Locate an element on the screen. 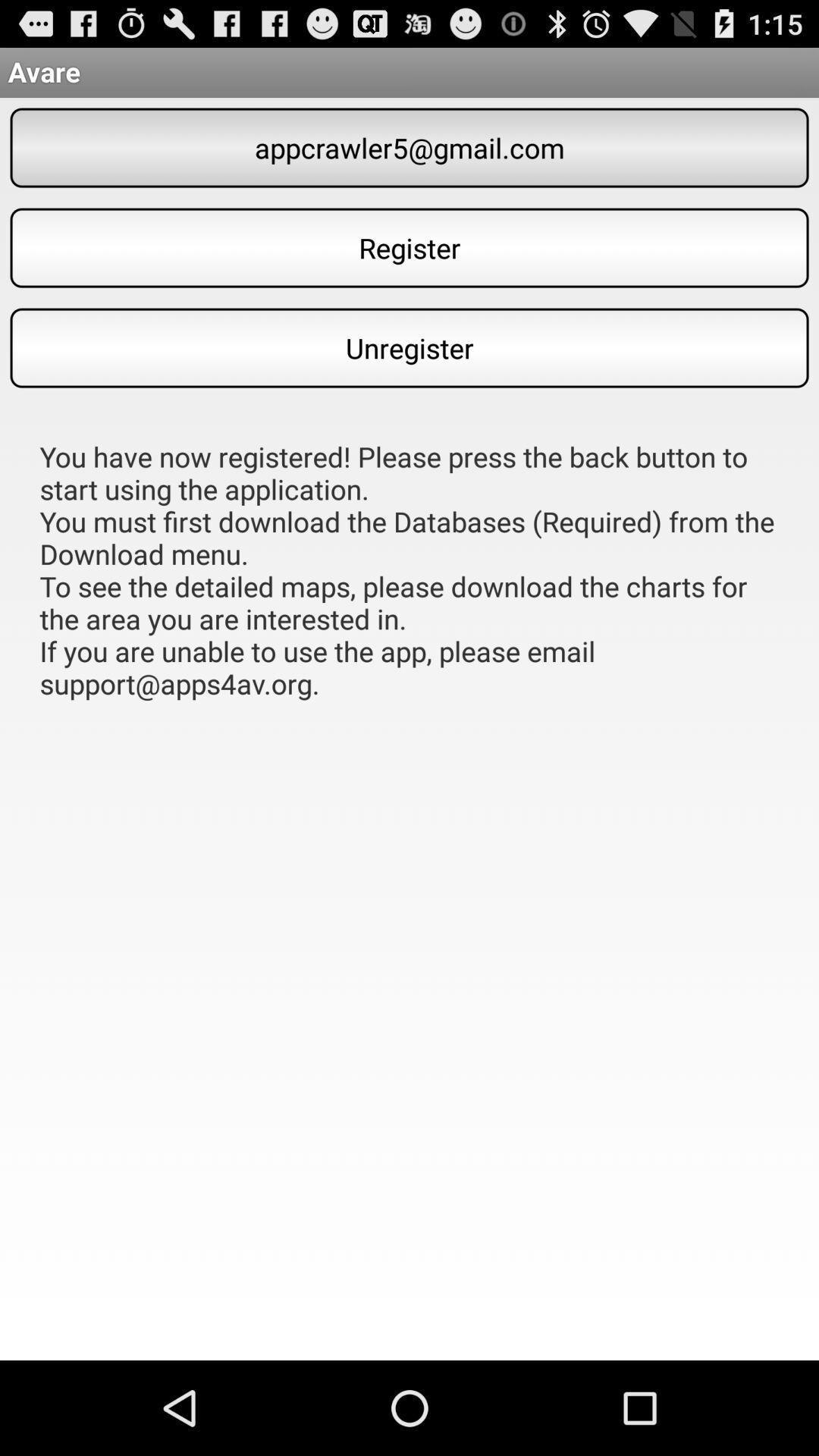 Image resolution: width=819 pixels, height=1456 pixels. the icon below the avare is located at coordinates (409, 148).